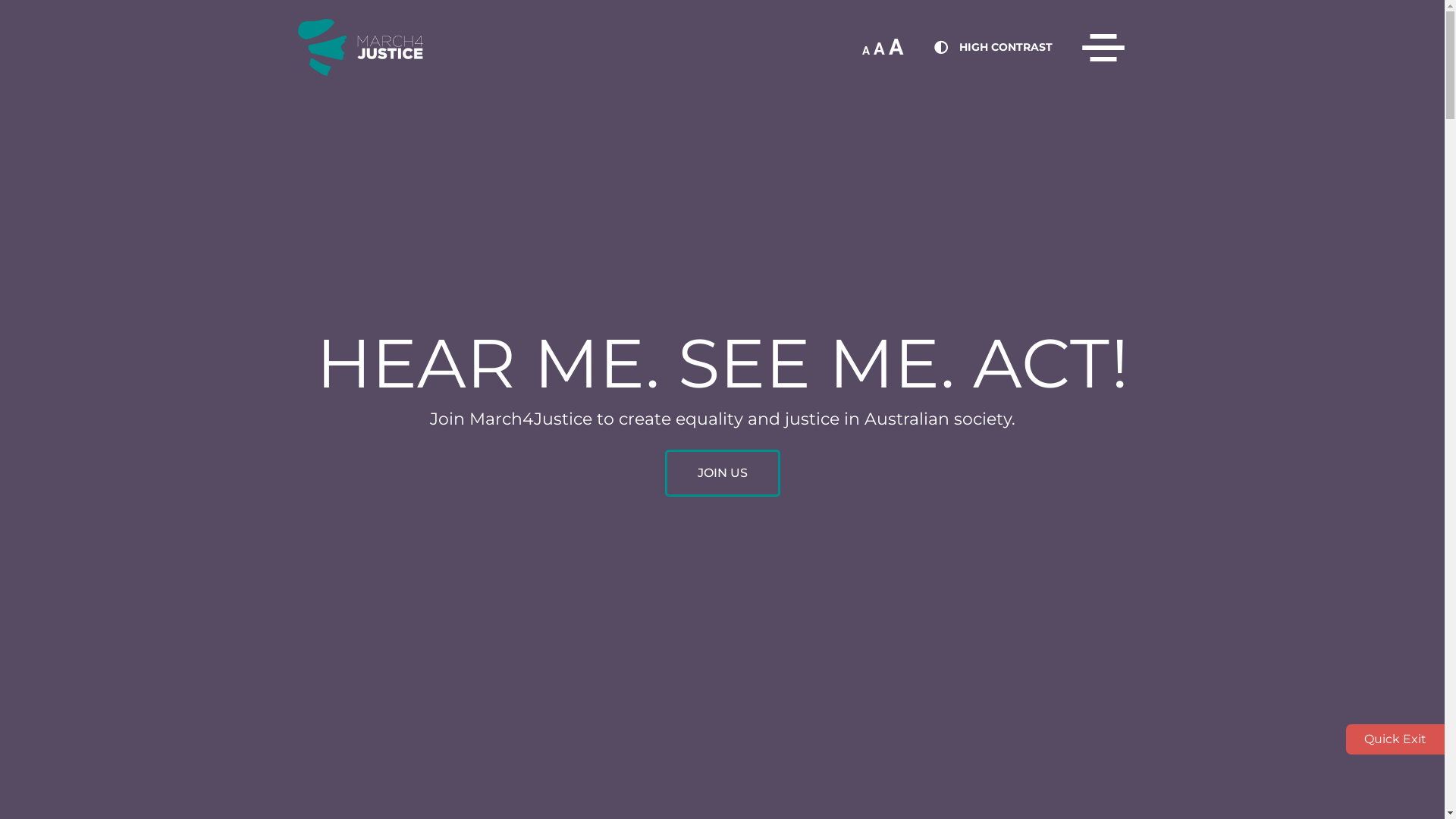  Describe the element at coordinates (1005, 45) in the screenshot. I see `'HIGH CONTRAST'` at that location.